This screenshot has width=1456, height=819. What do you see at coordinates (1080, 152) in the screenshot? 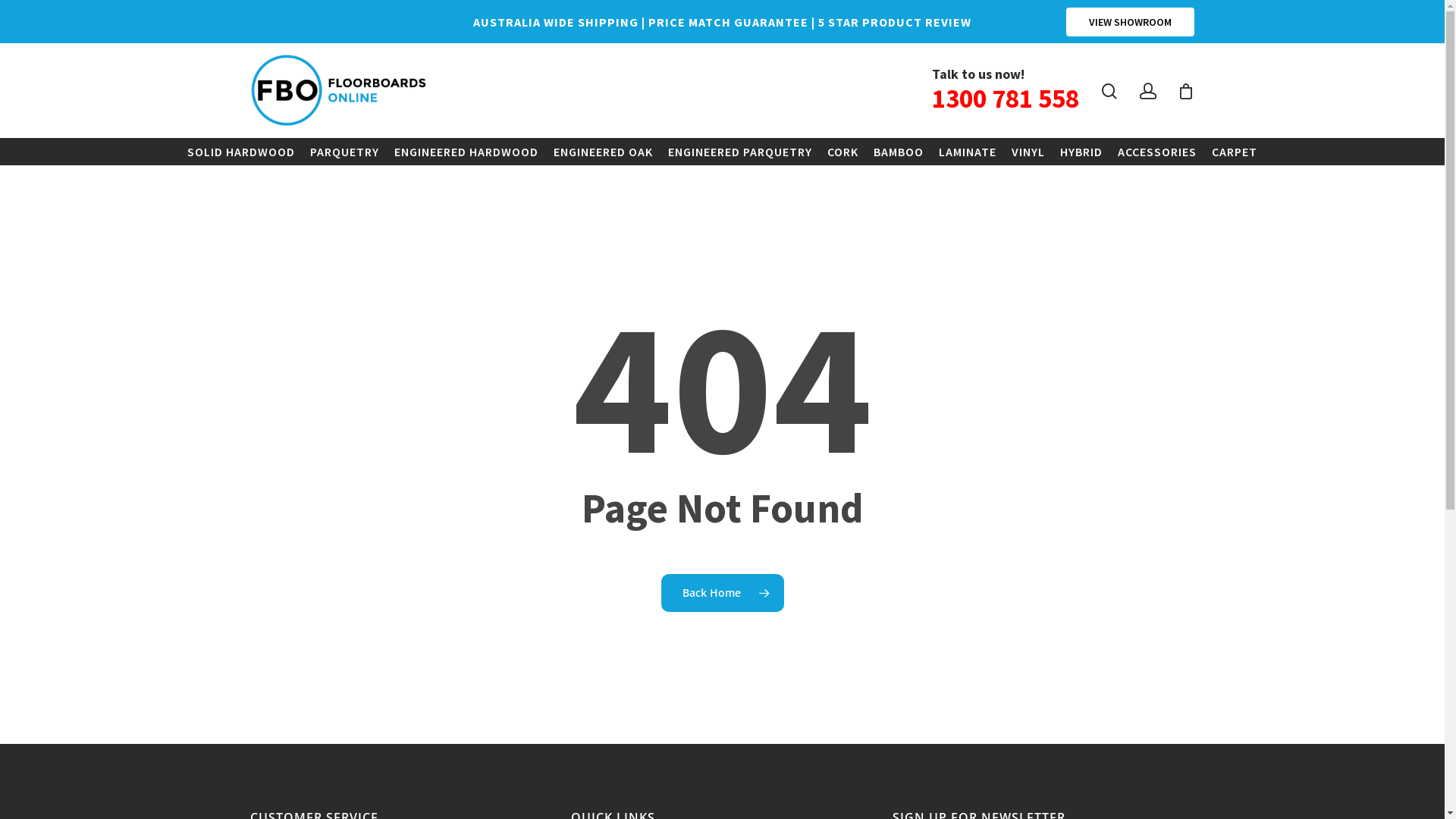
I see `'HYBRID'` at bounding box center [1080, 152].